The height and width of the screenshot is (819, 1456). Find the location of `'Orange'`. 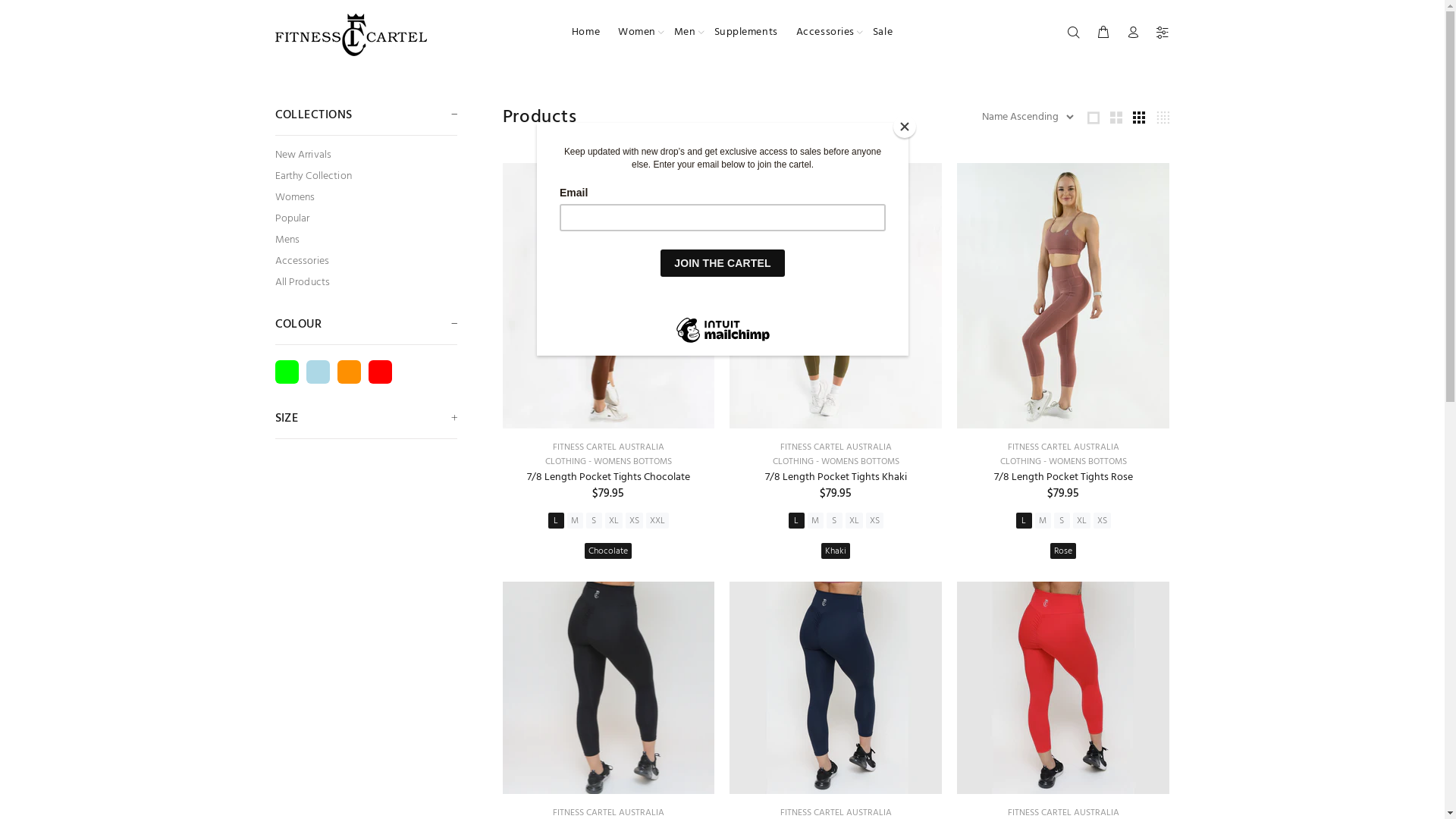

'Orange' is located at coordinates (347, 372).